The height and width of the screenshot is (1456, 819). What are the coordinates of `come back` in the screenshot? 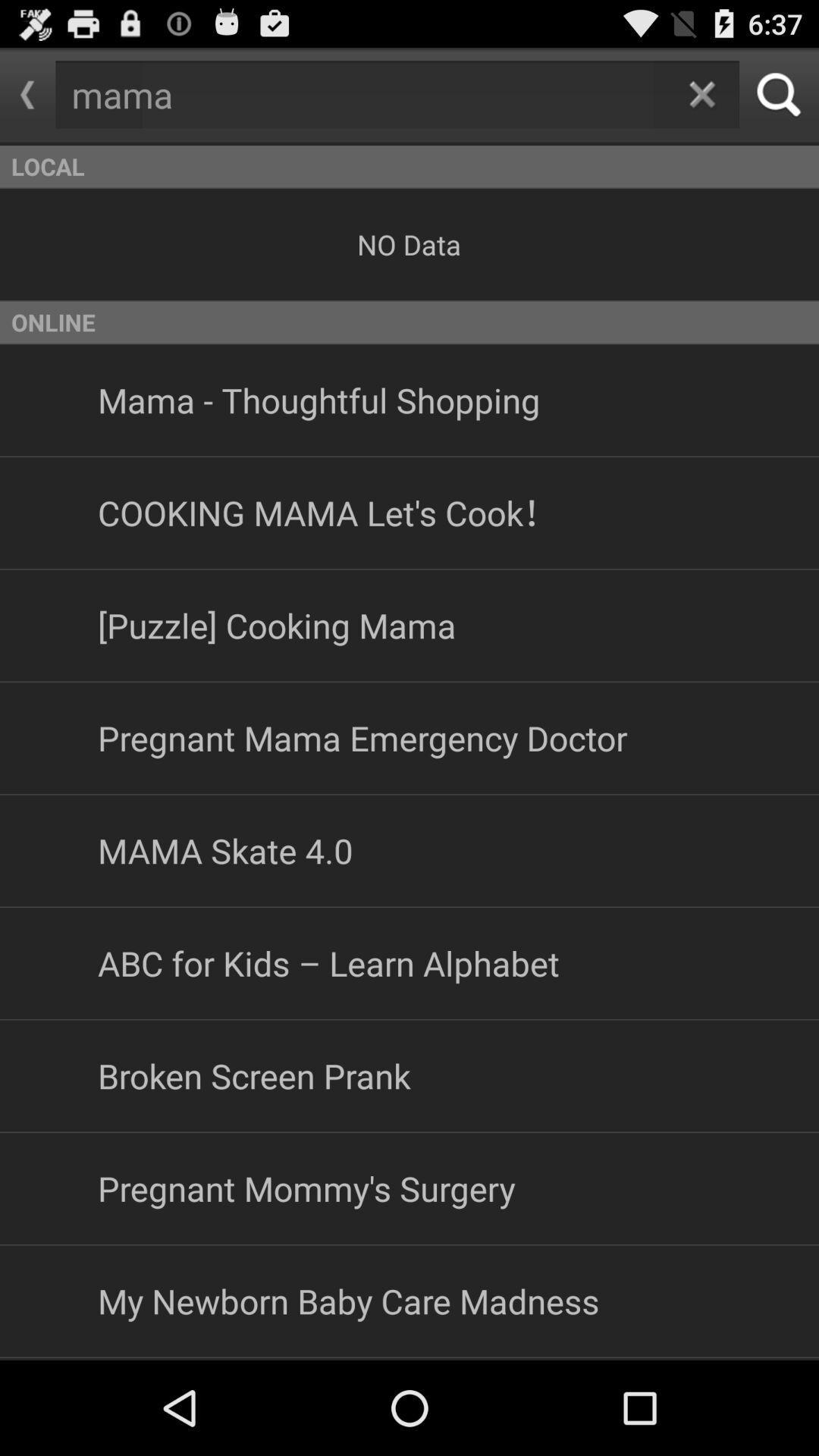 It's located at (701, 93).